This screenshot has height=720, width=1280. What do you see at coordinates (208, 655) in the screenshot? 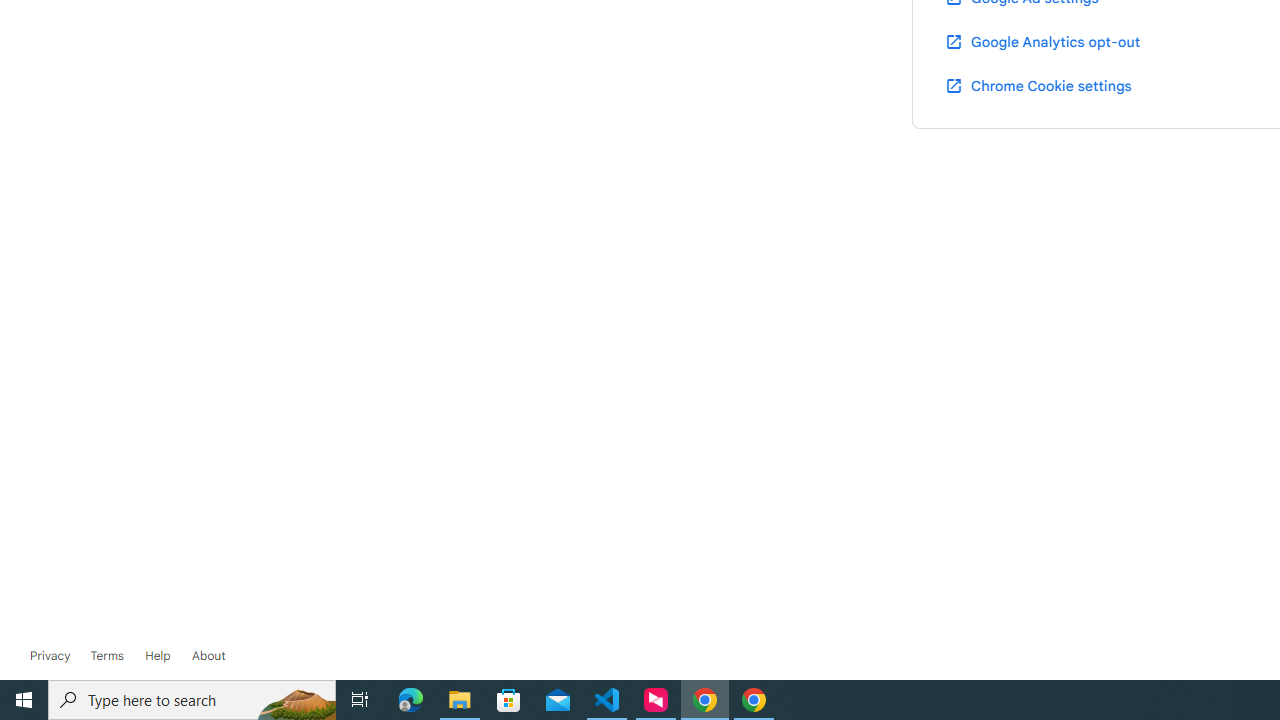
I see `'Learn more about Google Account'` at bounding box center [208, 655].